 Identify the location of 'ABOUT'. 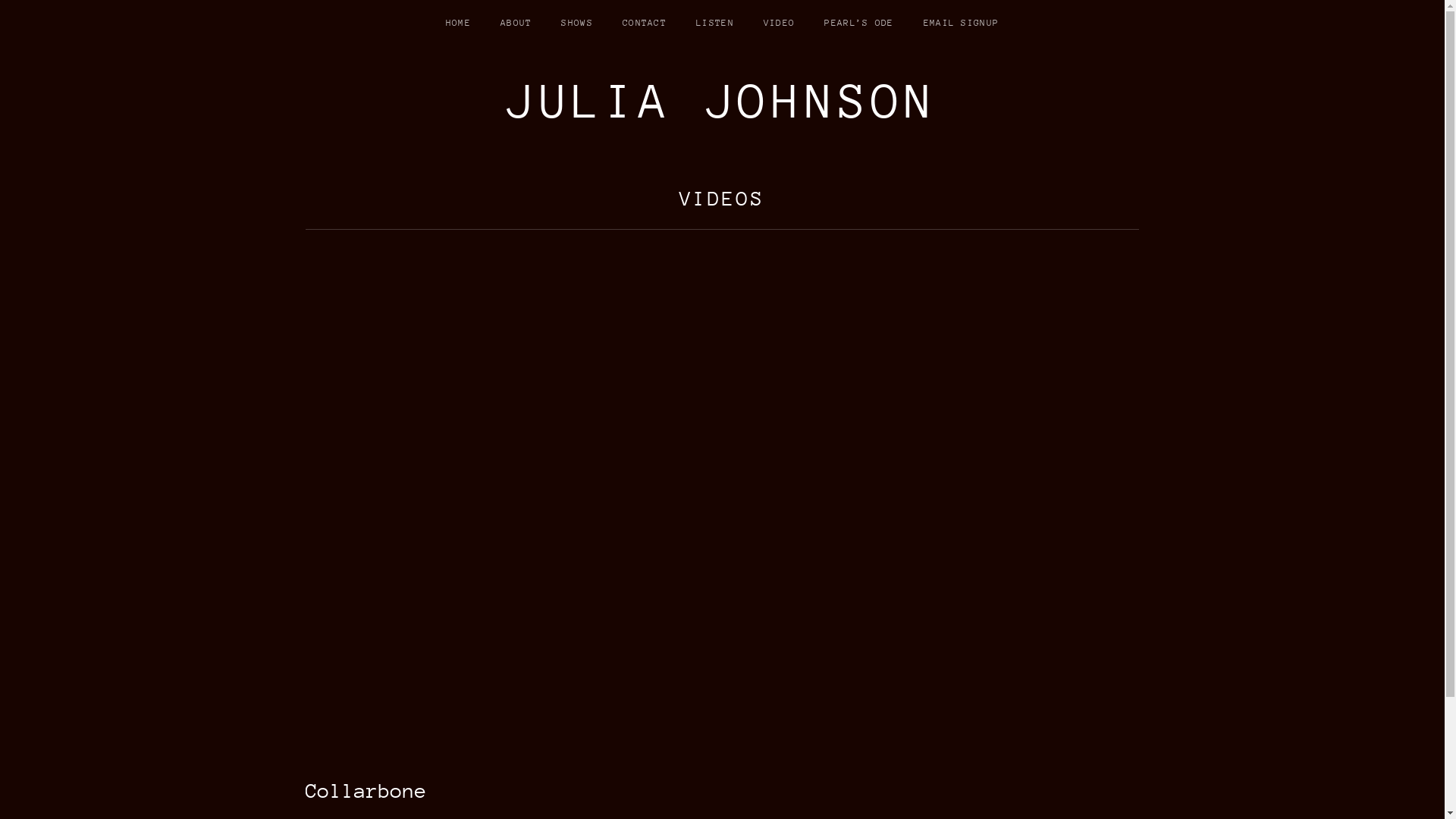
(516, 23).